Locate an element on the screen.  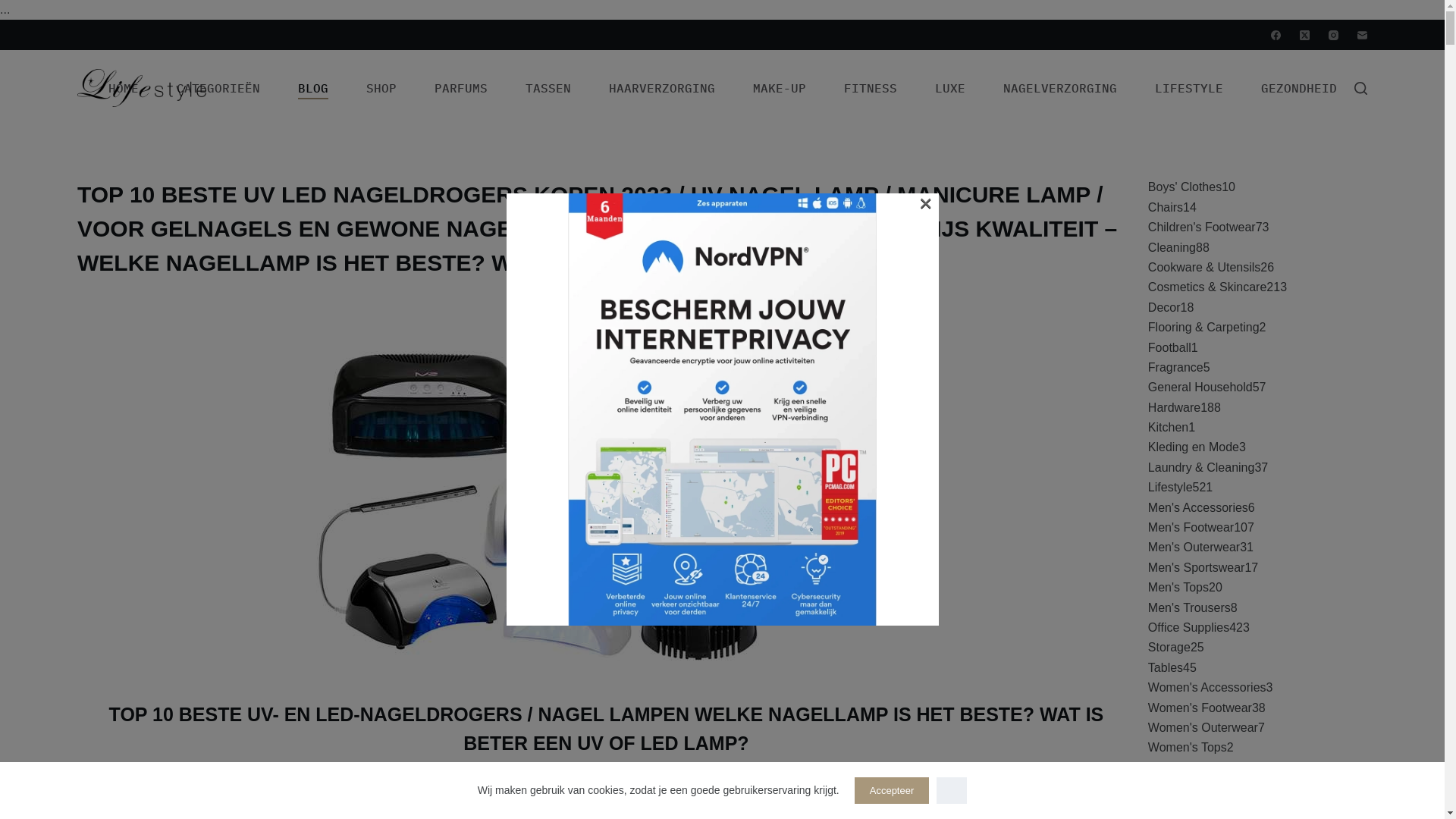
'Fragrance' is located at coordinates (1175, 367).